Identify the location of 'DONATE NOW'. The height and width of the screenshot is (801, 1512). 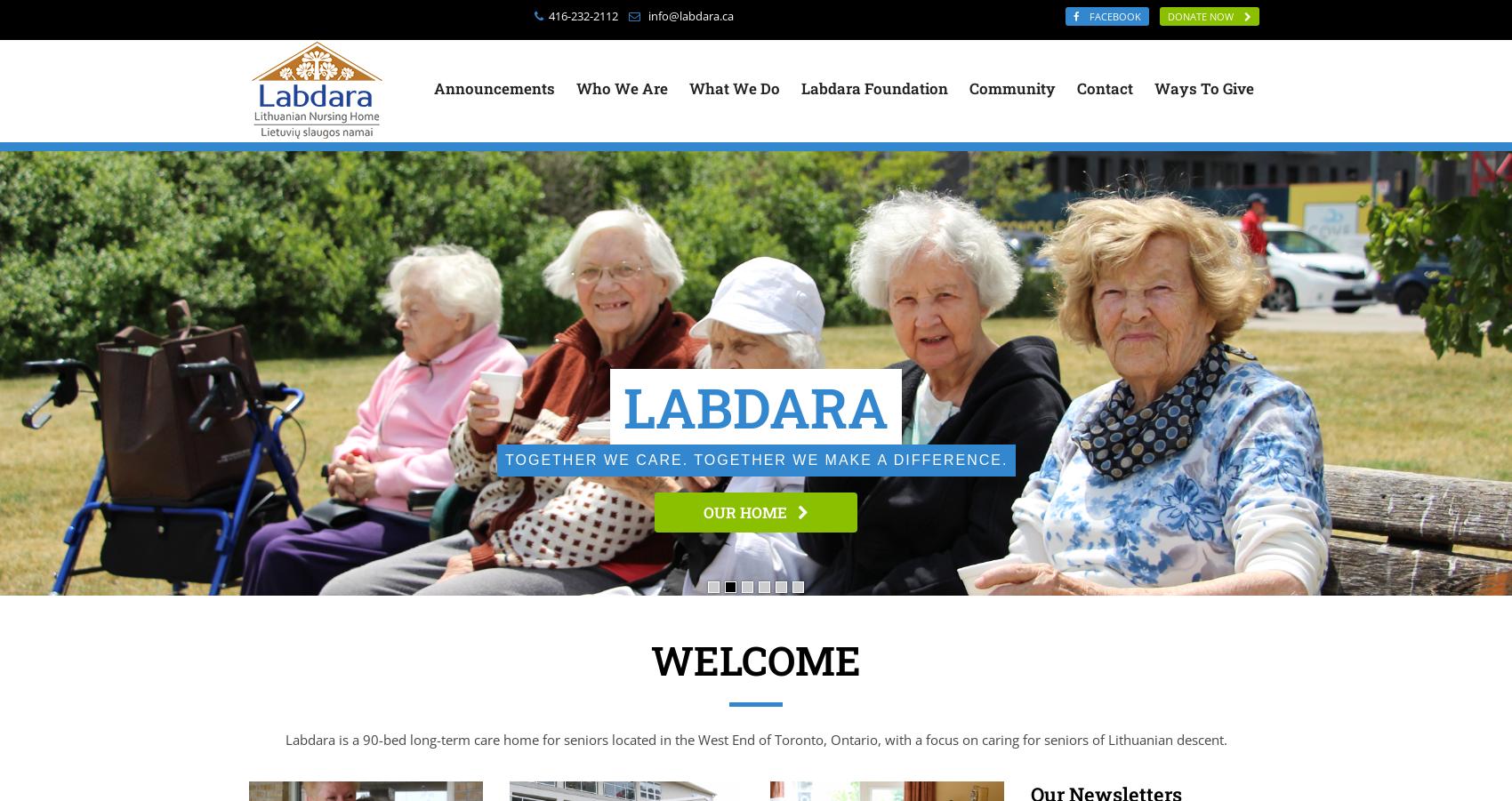
(1205, 15).